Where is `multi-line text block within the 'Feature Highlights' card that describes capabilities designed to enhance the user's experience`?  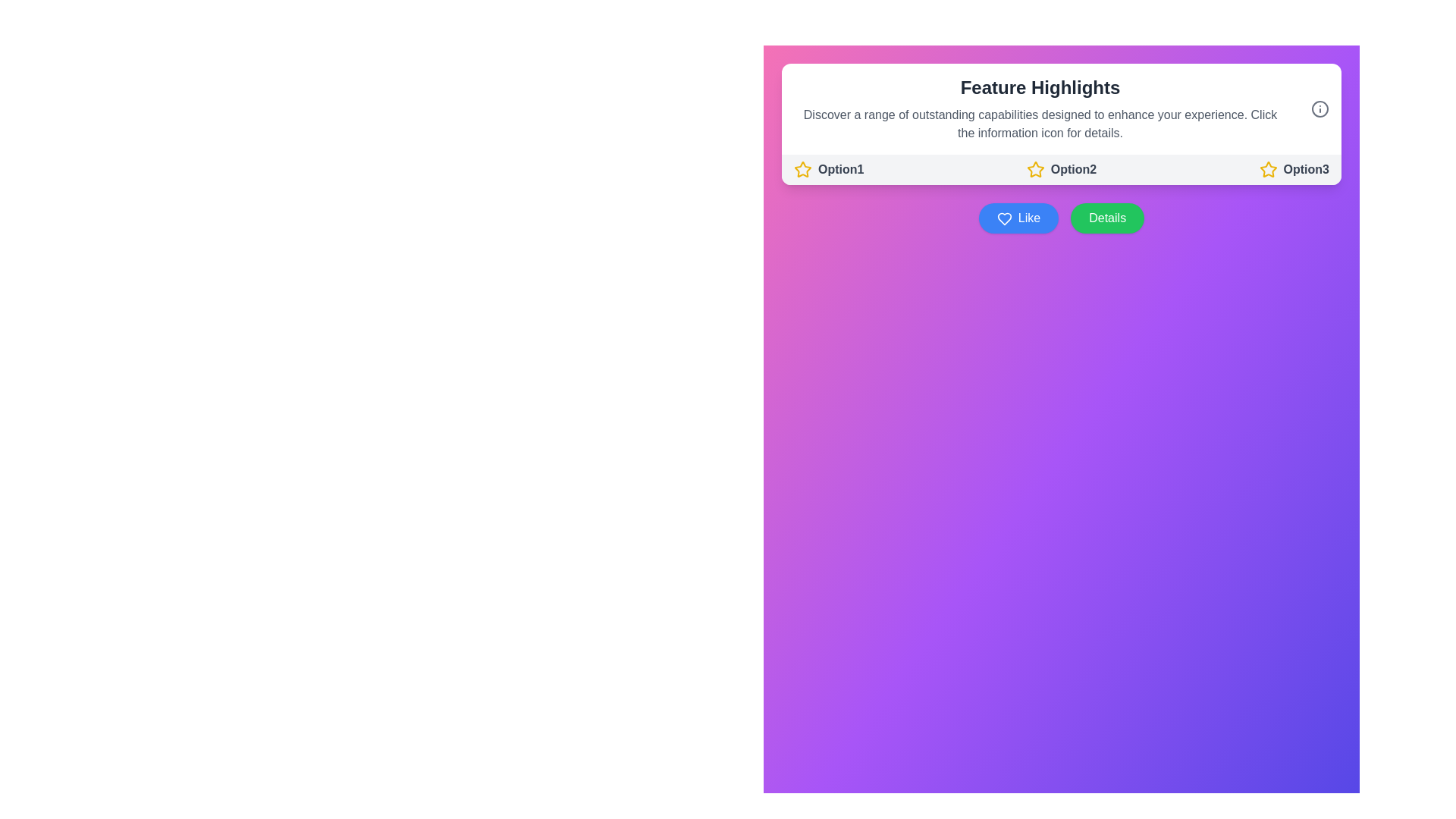 multi-line text block within the 'Feature Highlights' card that describes capabilities designed to enhance the user's experience is located at coordinates (1040, 124).